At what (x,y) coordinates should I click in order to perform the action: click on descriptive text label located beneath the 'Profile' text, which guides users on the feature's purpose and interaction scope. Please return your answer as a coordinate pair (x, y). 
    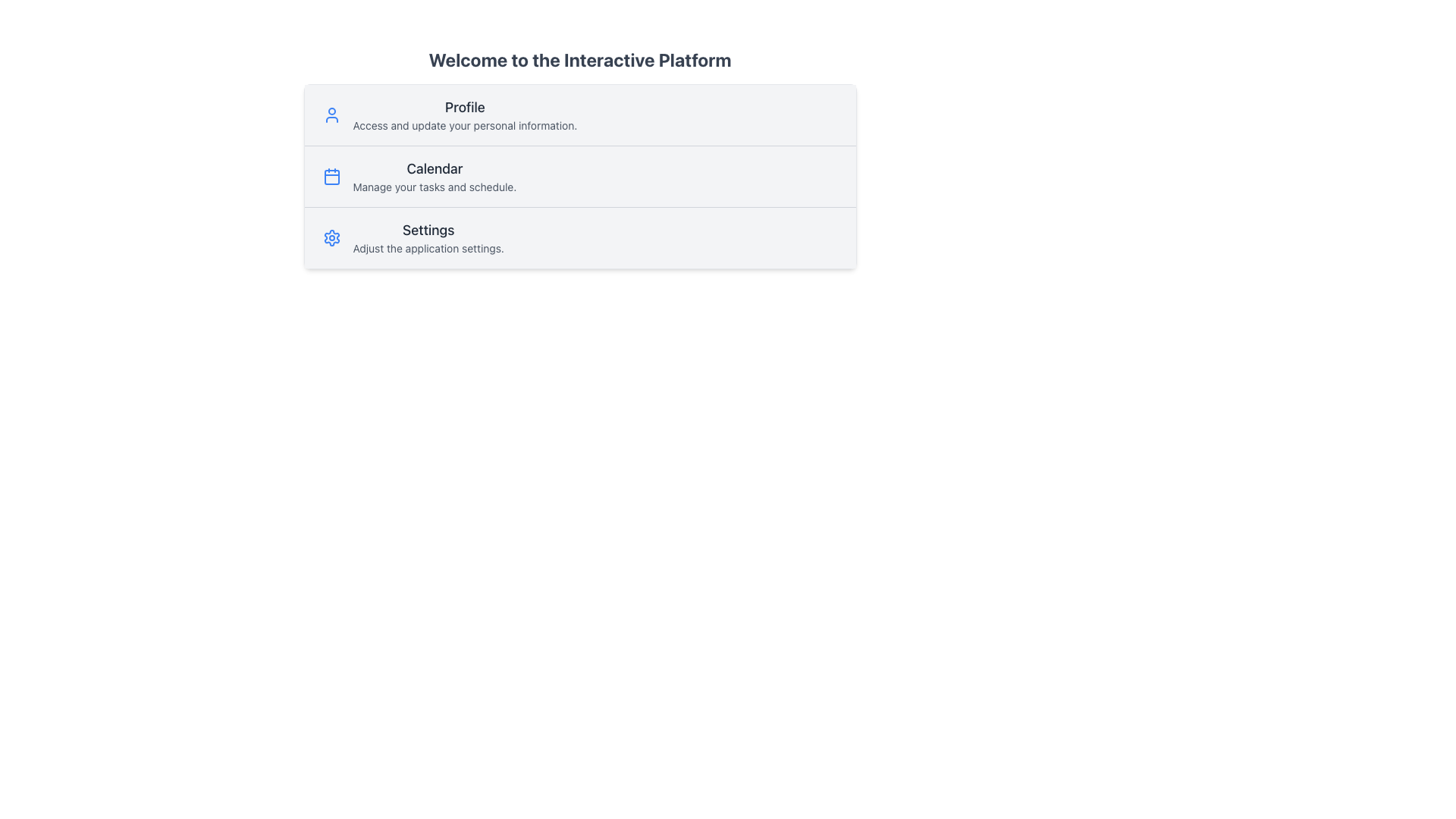
    Looking at the image, I should click on (464, 124).